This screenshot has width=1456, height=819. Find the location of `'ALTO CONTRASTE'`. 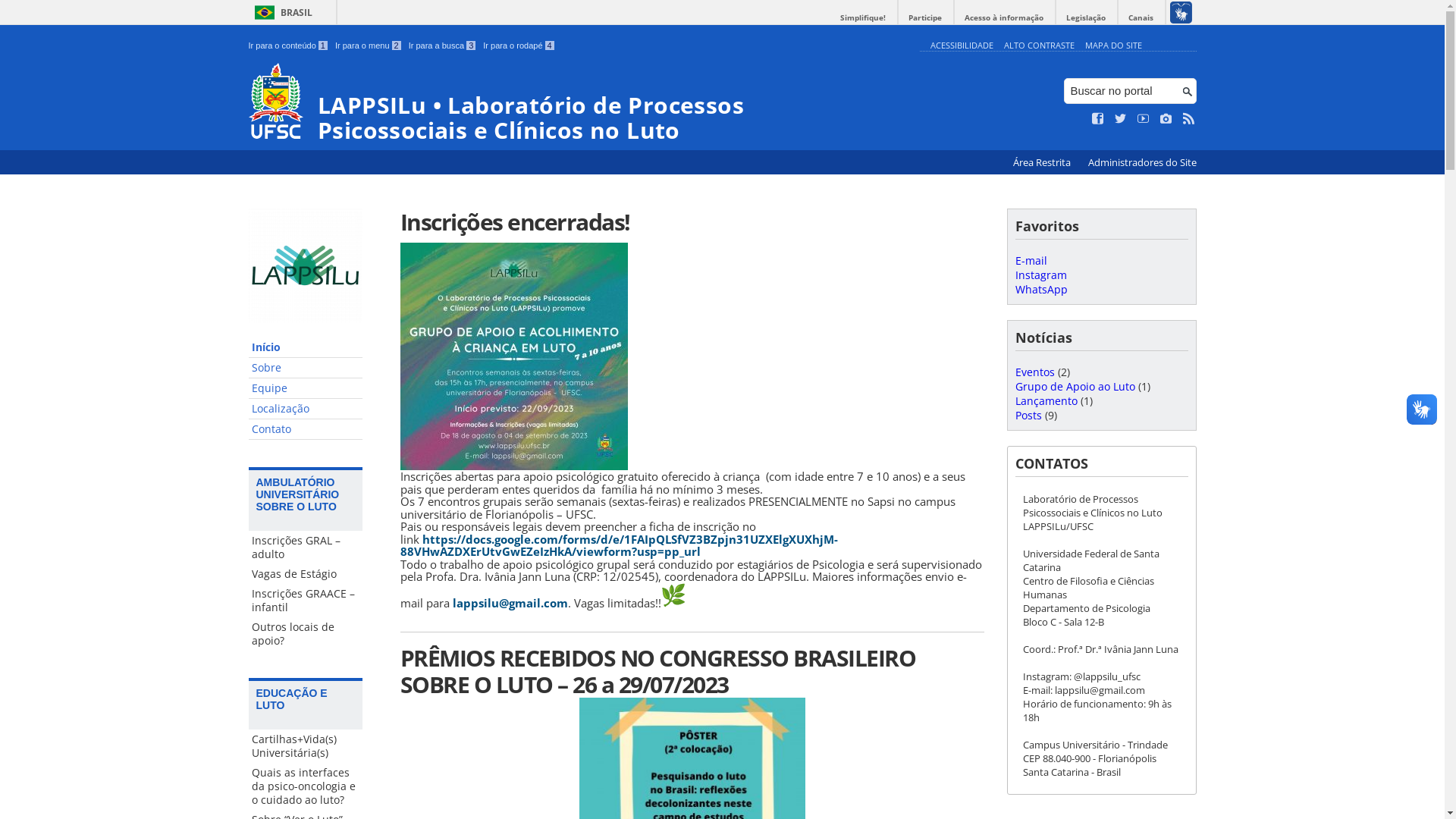

'ALTO CONTRASTE' is located at coordinates (1038, 44).